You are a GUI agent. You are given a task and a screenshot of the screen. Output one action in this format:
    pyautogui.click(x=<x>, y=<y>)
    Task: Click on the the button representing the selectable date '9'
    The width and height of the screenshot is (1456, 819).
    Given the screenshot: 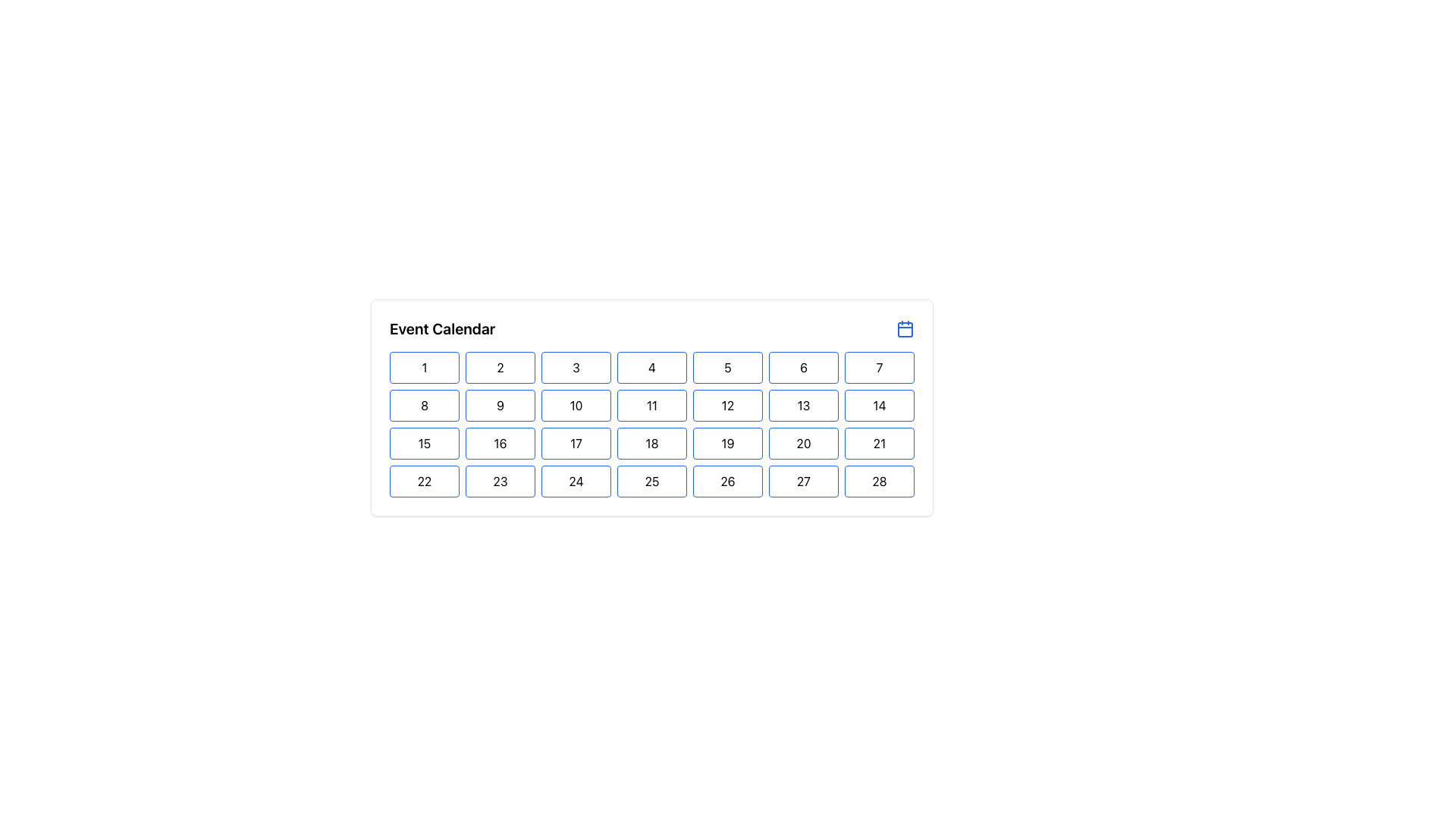 What is the action you would take?
    pyautogui.click(x=500, y=405)
    